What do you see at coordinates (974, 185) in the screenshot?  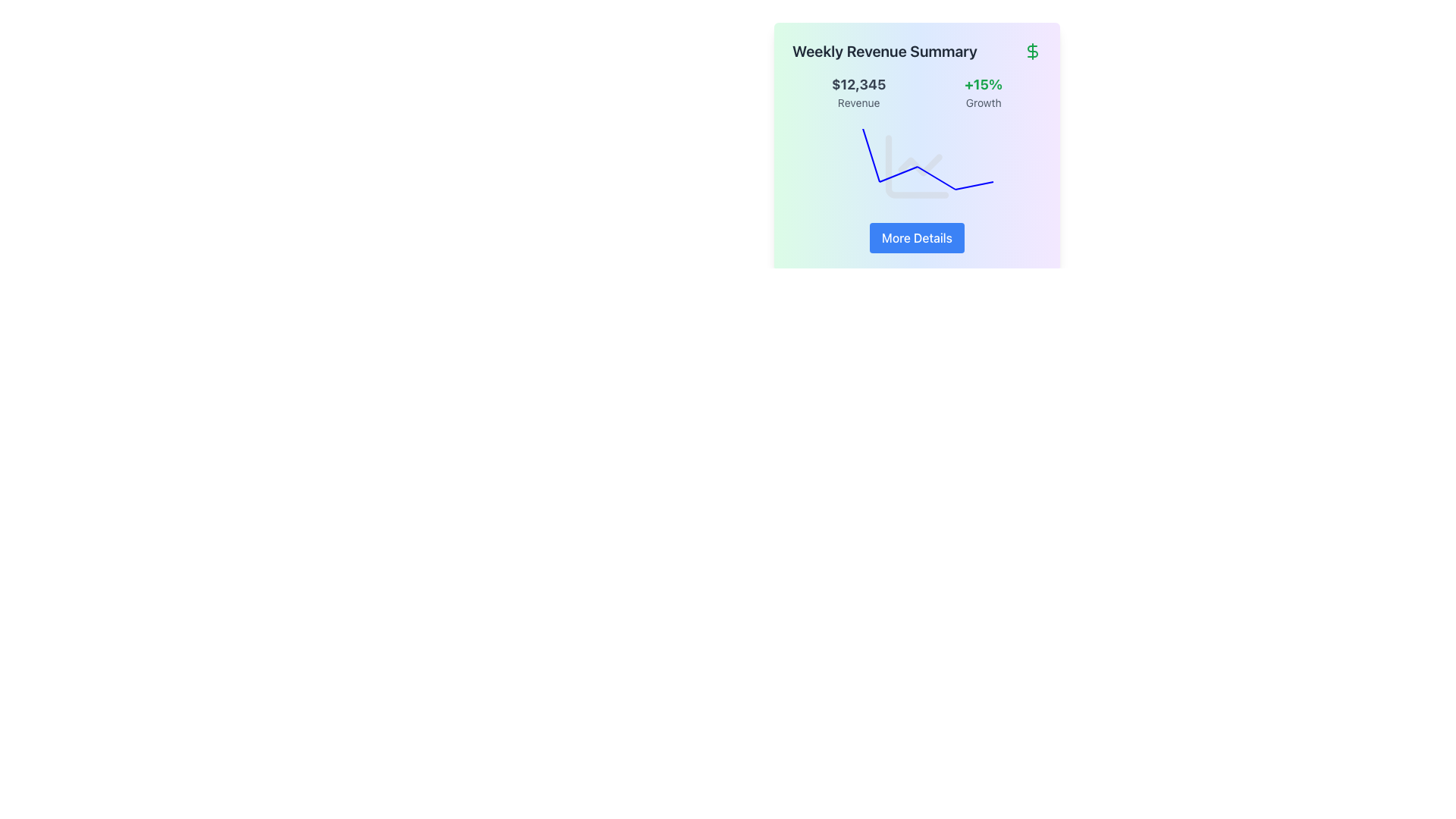 I see `fifth segment of the line chart that visualizes data trends for weekly revenue statistics by hovering over it` at bounding box center [974, 185].